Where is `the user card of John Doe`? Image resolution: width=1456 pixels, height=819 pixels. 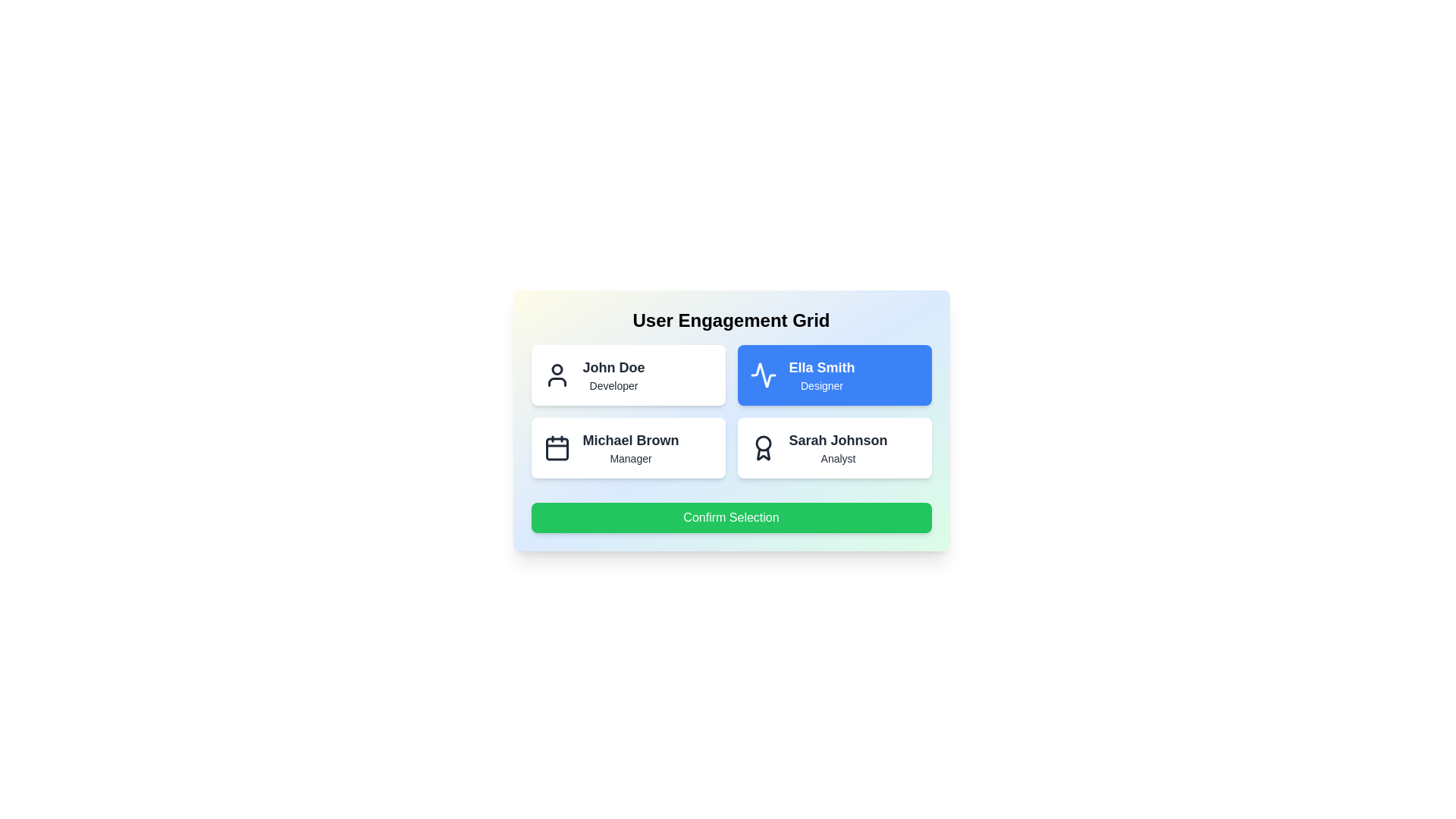
the user card of John Doe is located at coordinates (628, 375).